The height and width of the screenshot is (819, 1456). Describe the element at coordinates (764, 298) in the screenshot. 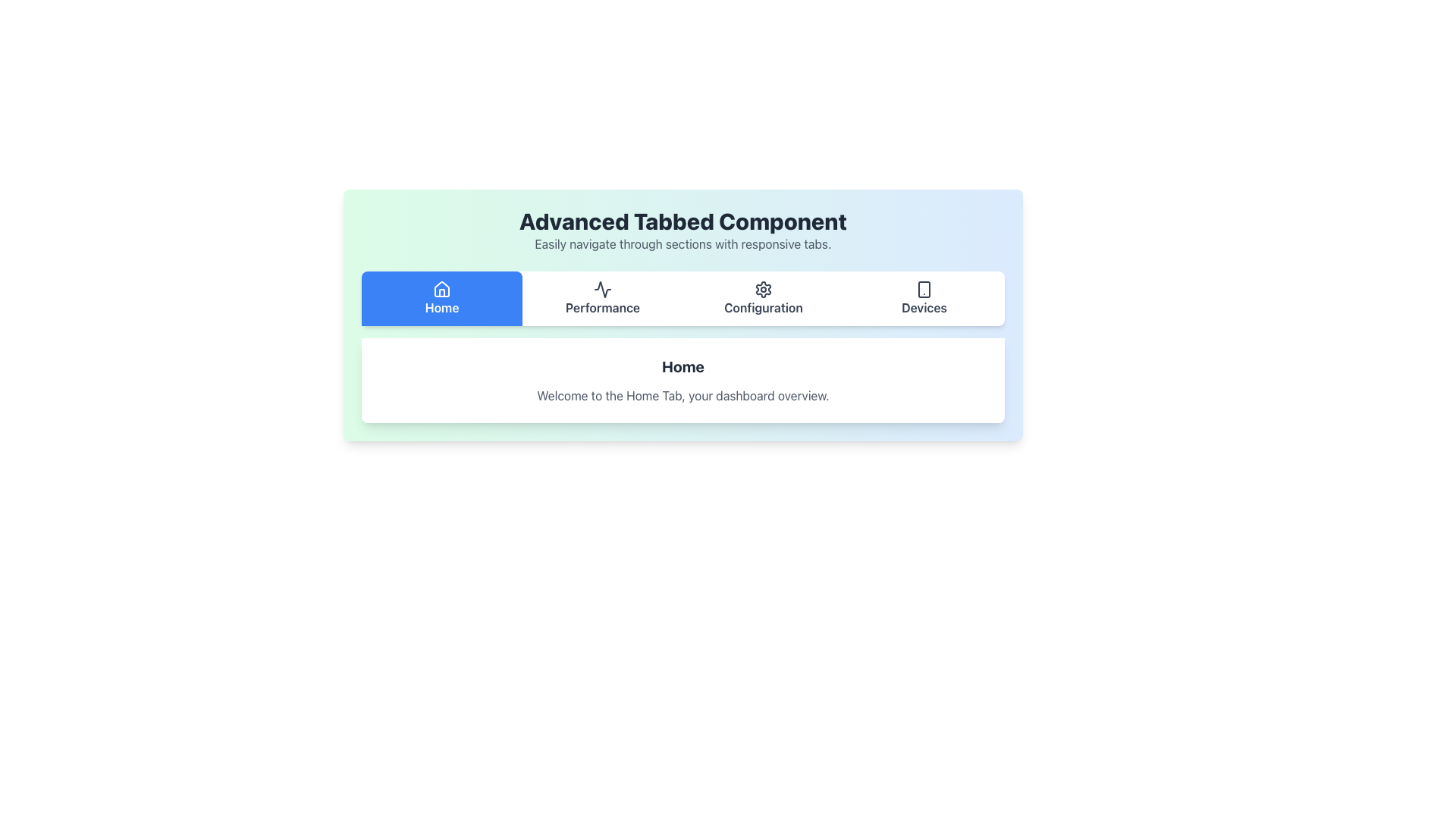

I see `the third Navigation Tab that serves as the entry point to the Configuration section for more details` at that location.